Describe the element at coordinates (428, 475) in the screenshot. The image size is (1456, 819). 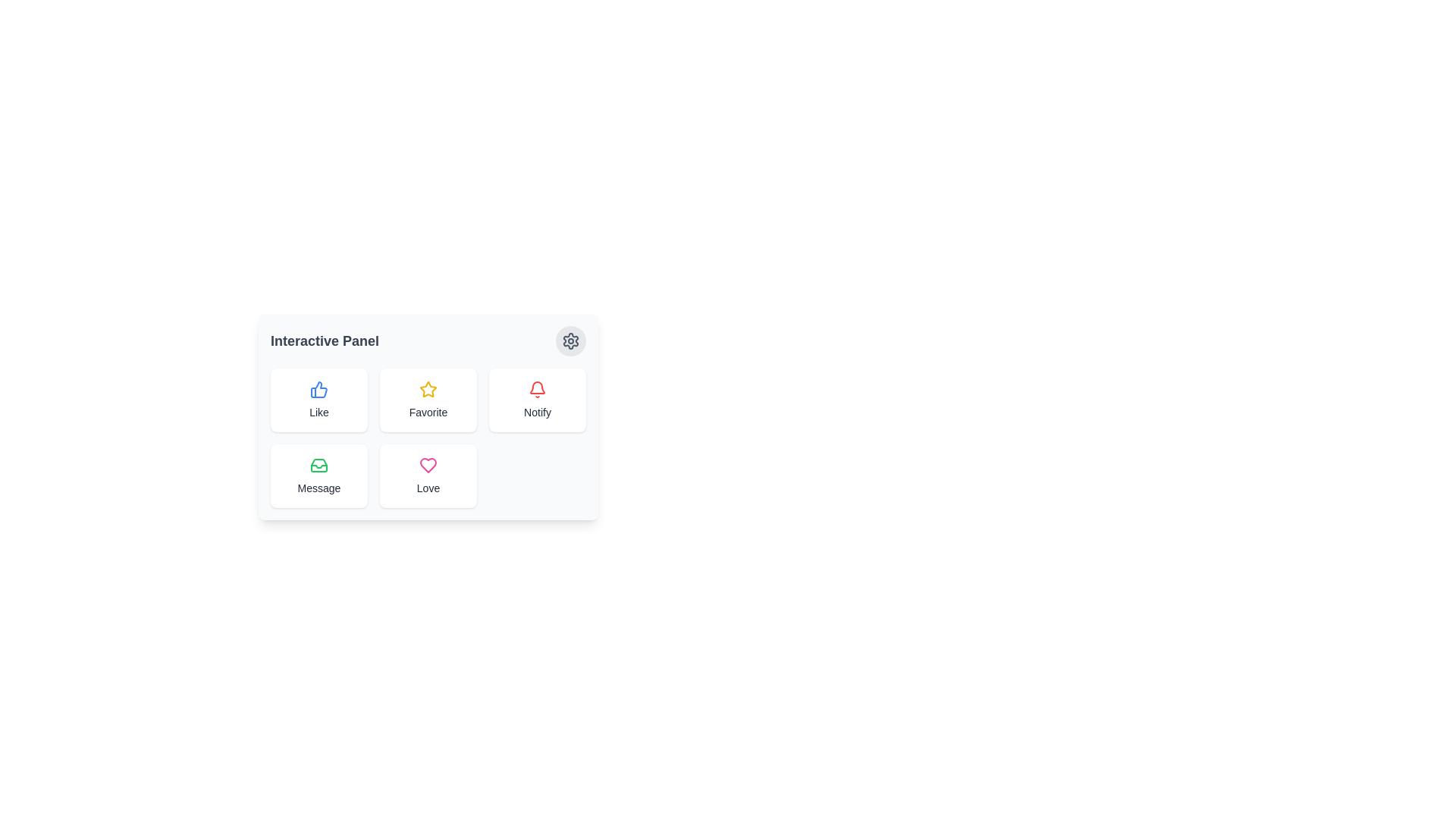
I see `the interactive 'Love' button located in the middle column of the bottom row of the grid layout, positioned directly below the 'Favorite' element and` at that location.